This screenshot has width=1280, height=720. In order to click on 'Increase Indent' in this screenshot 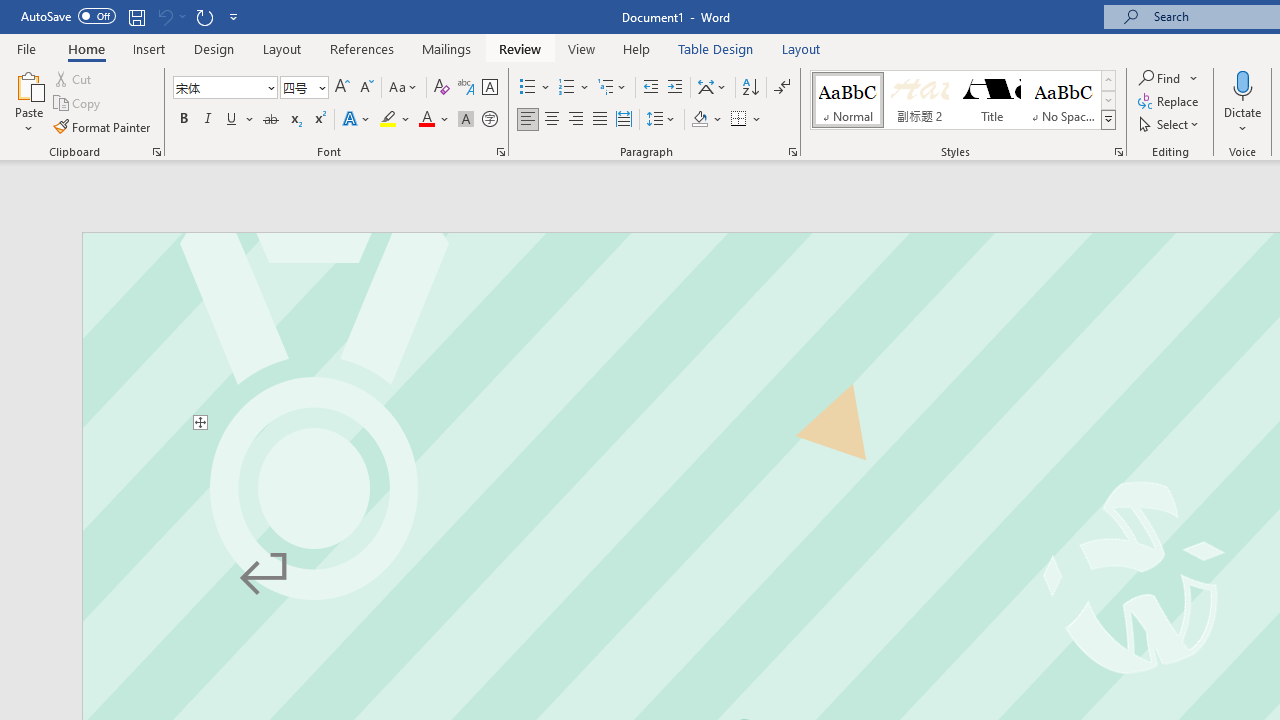, I will do `click(675, 86)`.